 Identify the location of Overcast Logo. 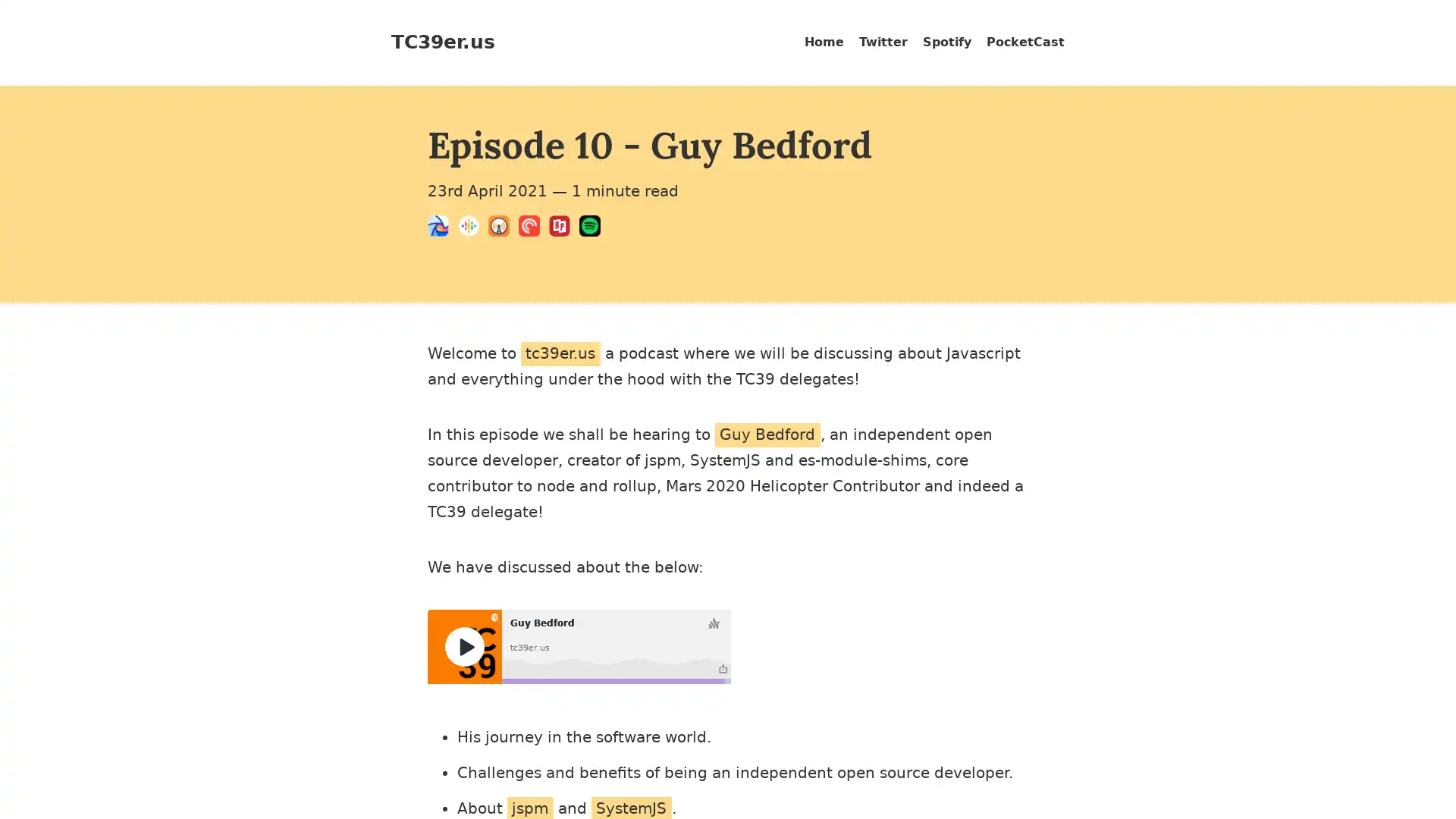
(503, 228).